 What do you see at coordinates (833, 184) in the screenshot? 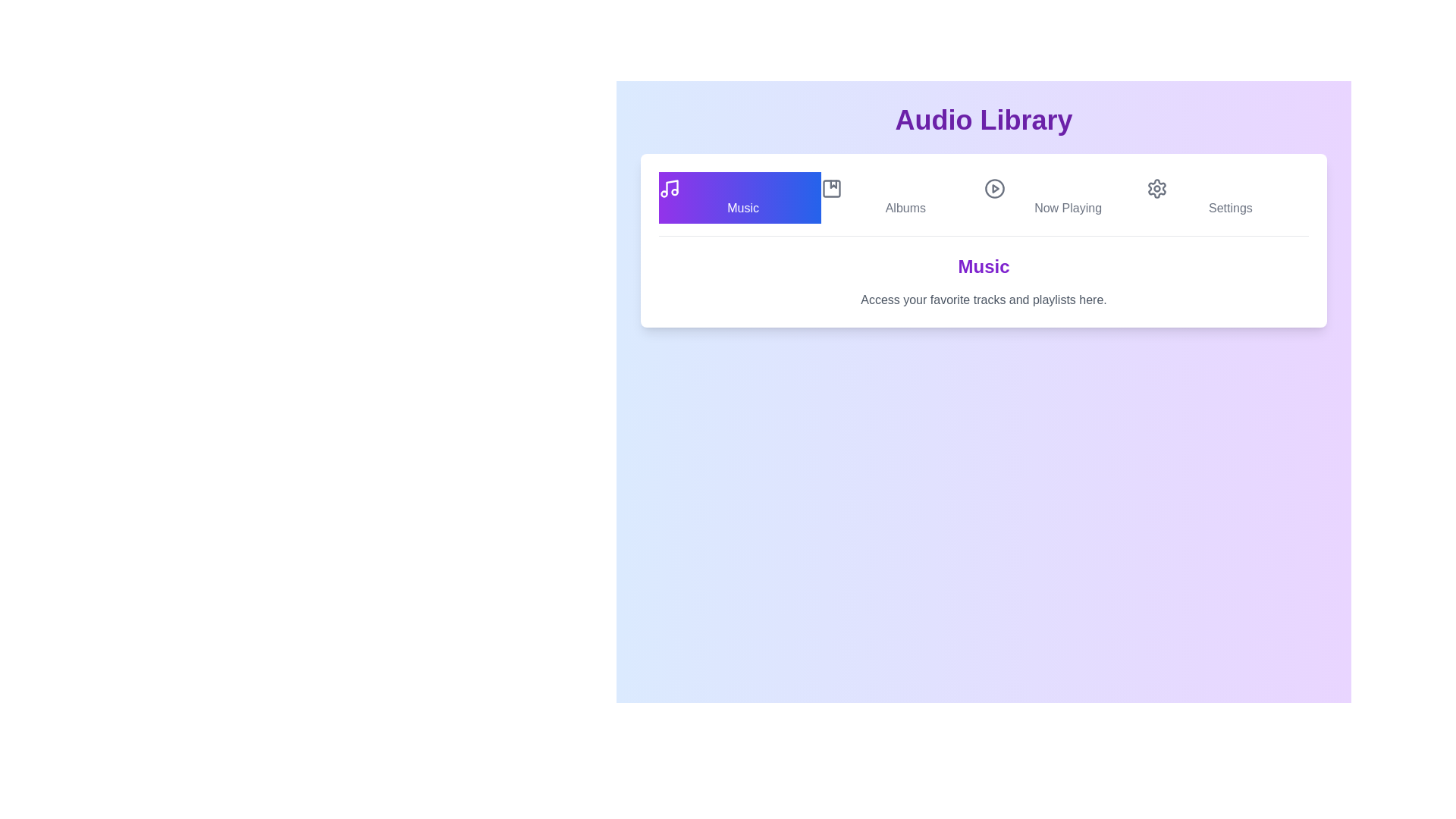
I see `the triangular shape icon located inside the album symbol` at bounding box center [833, 184].